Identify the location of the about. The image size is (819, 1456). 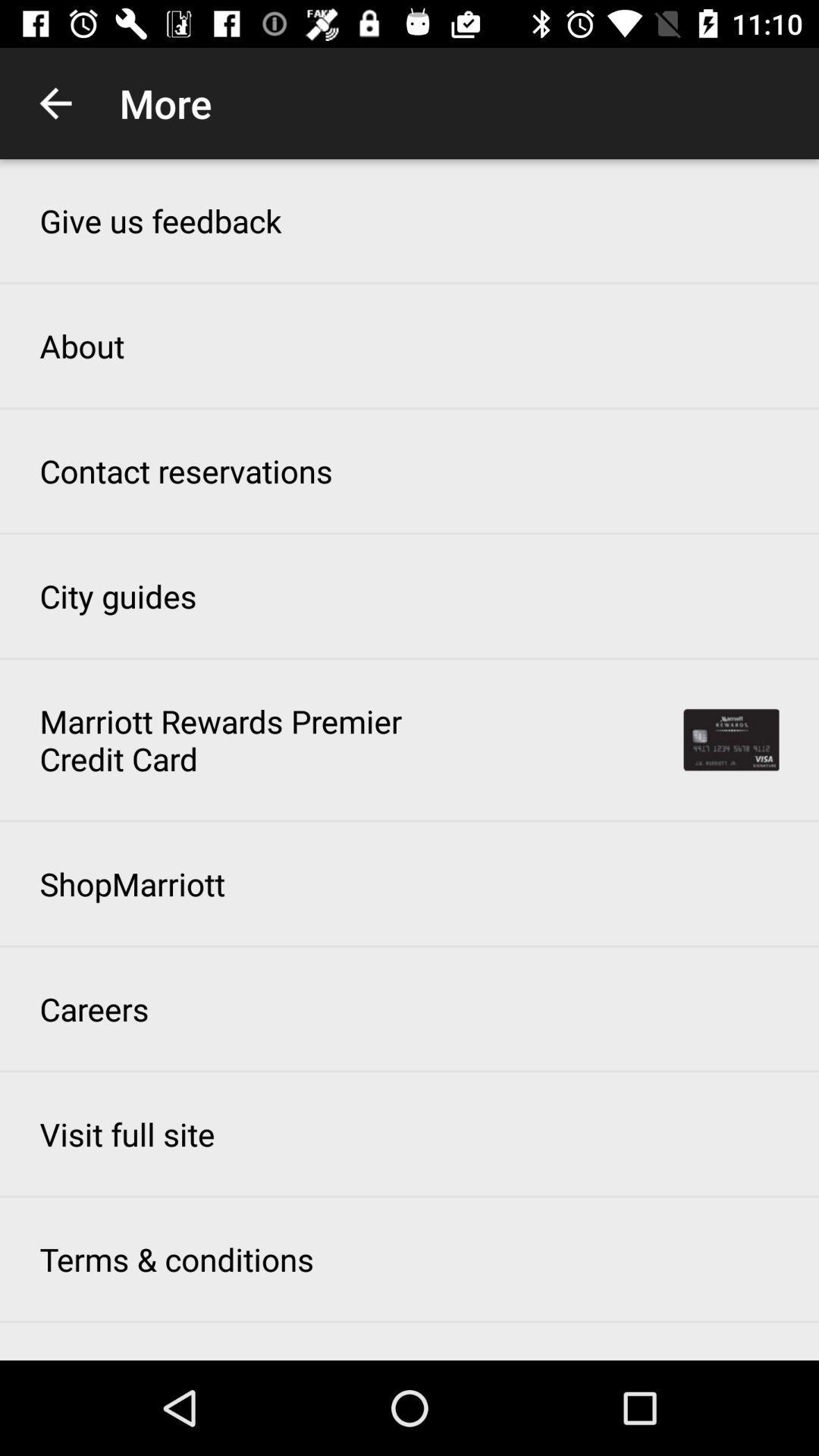
(82, 345).